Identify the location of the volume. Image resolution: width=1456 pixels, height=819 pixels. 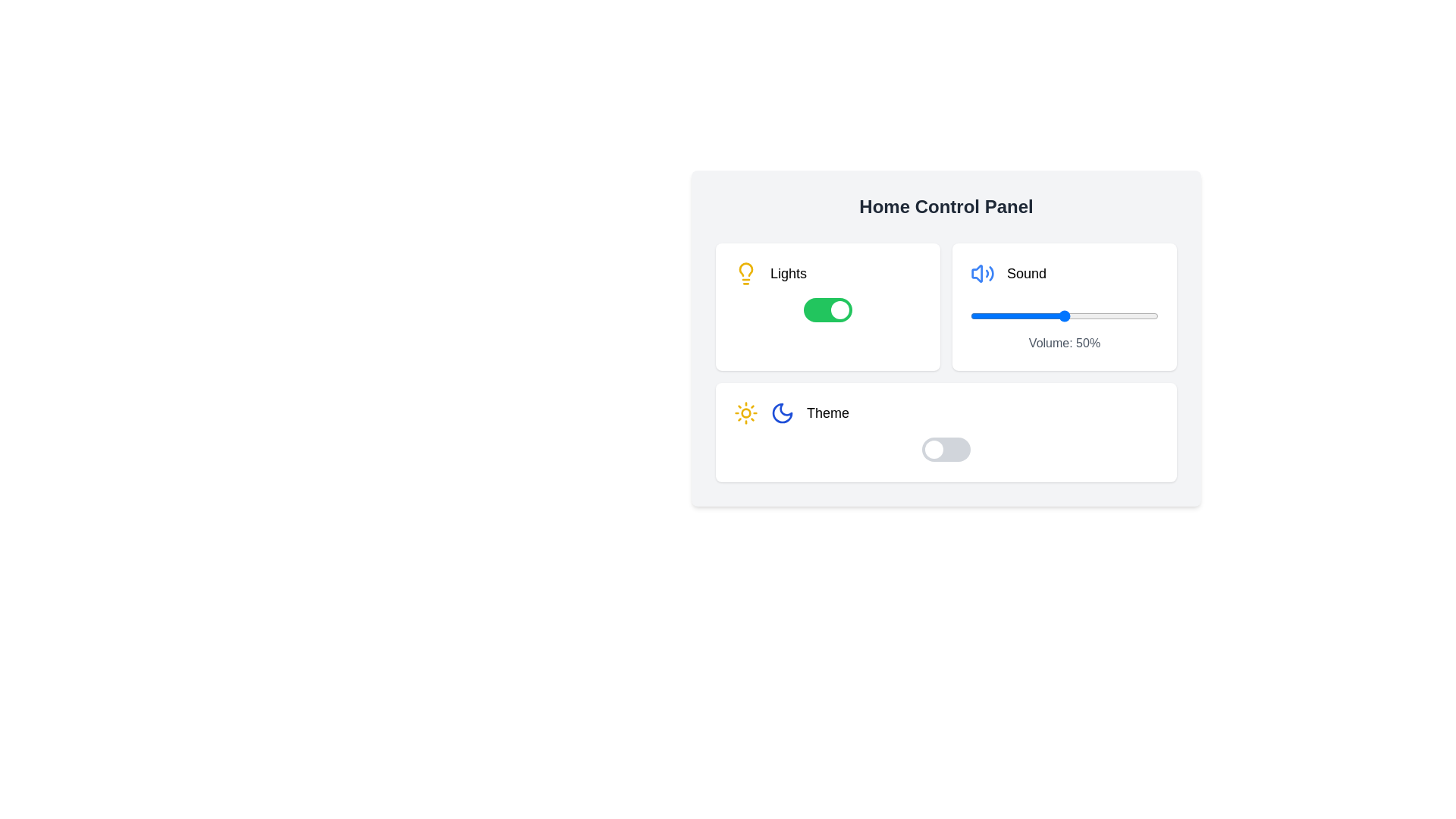
(1125, 315).